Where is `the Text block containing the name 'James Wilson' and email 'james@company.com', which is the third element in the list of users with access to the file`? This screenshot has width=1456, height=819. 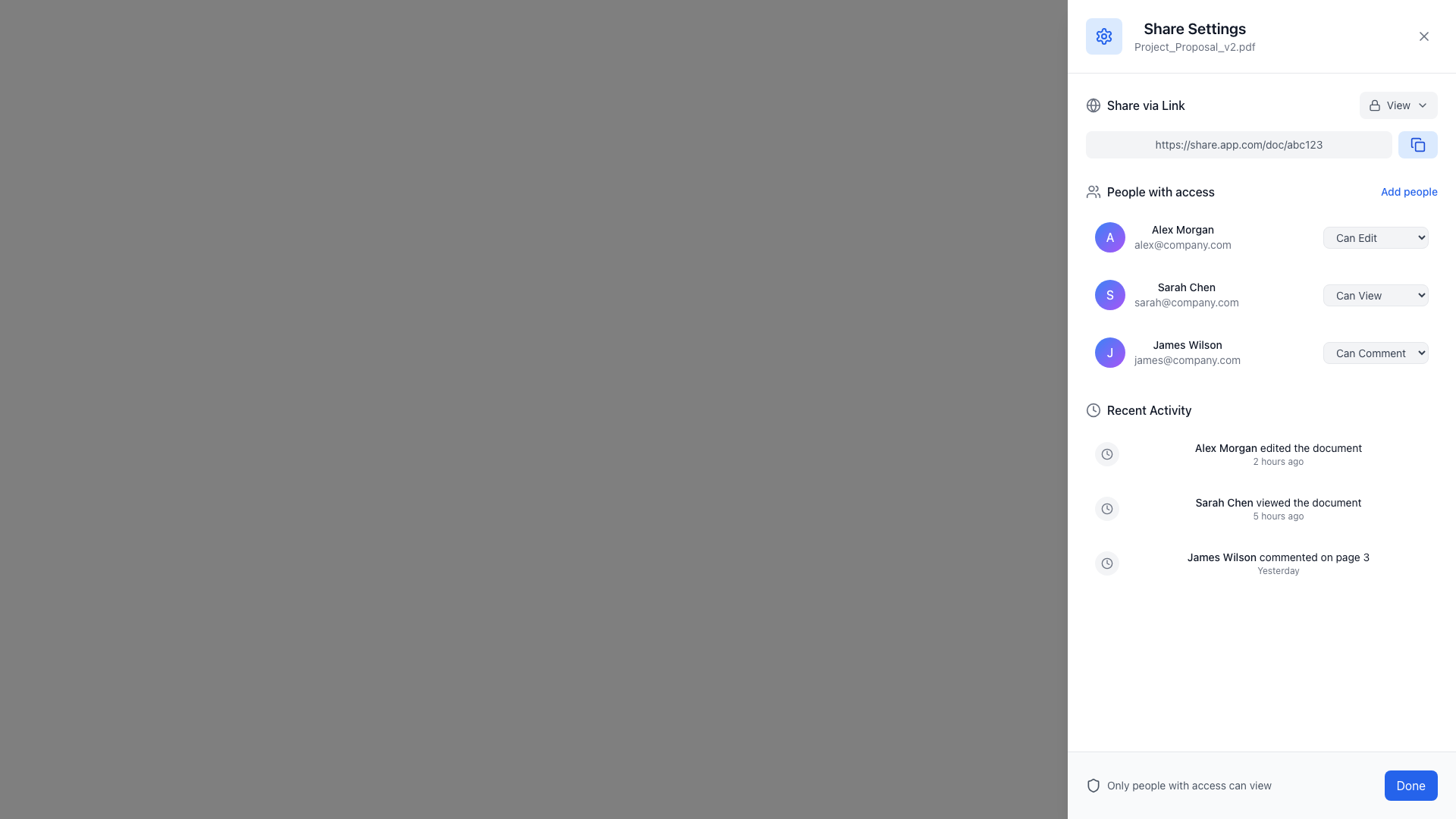
the Text block containing the name 'James Wilson' and email 'james@company.com', which is the third element in the list of users with access to the file is located at coordinates (1187, 353).